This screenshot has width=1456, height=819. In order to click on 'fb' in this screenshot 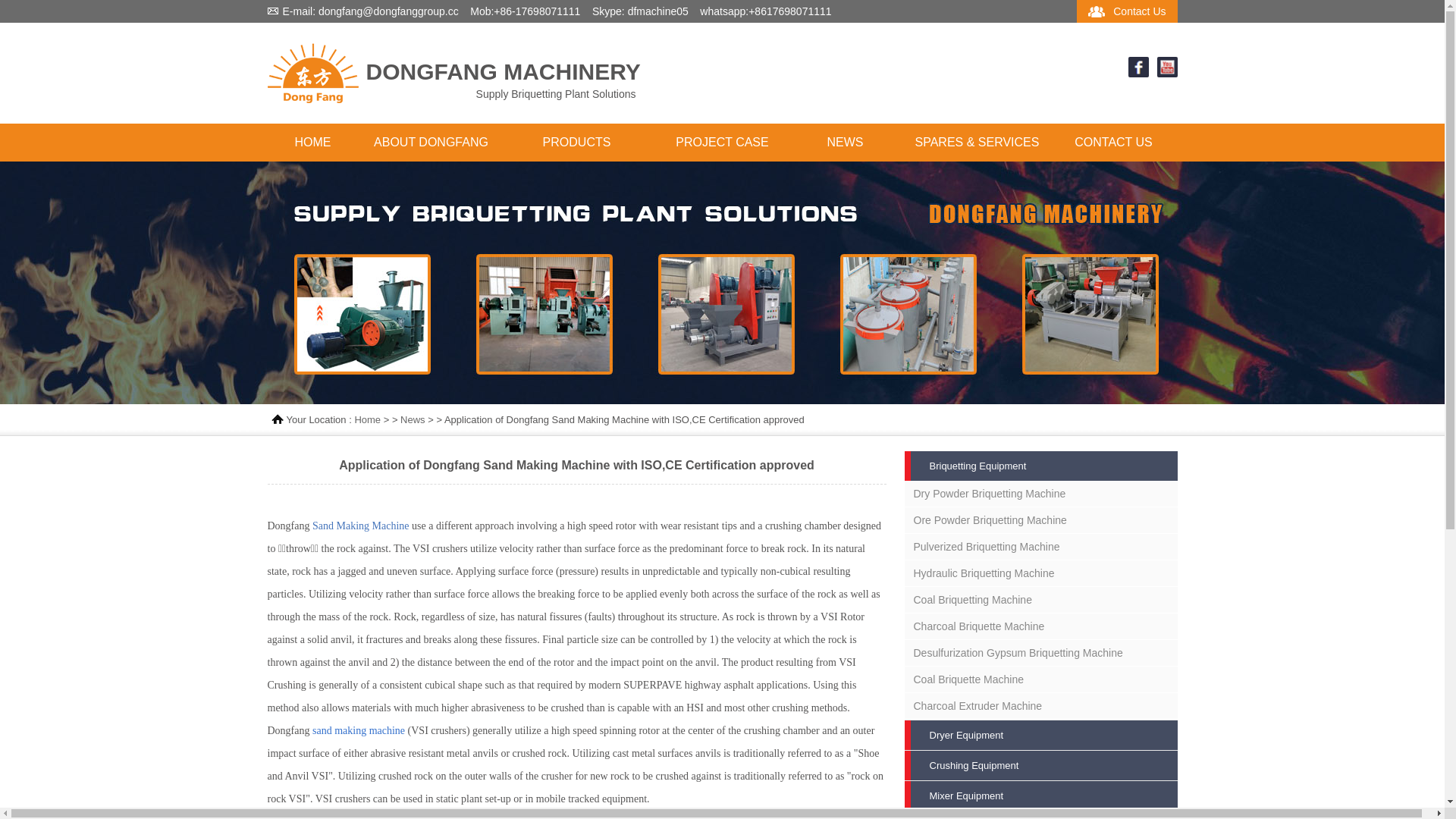, I will do `click(1138, 73)`.